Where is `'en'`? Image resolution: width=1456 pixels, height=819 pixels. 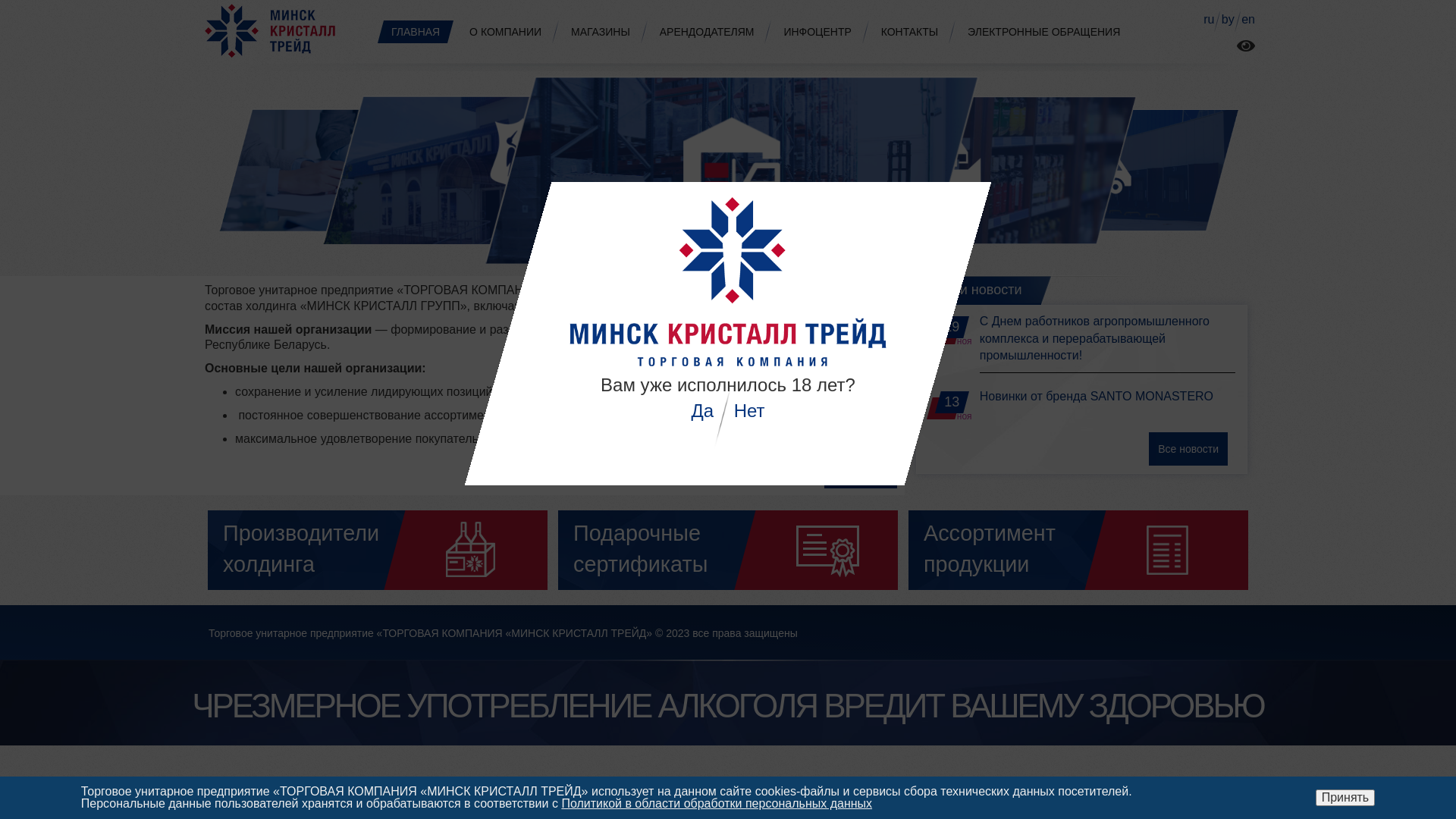 'en' is located at coordinates (1241, 19).